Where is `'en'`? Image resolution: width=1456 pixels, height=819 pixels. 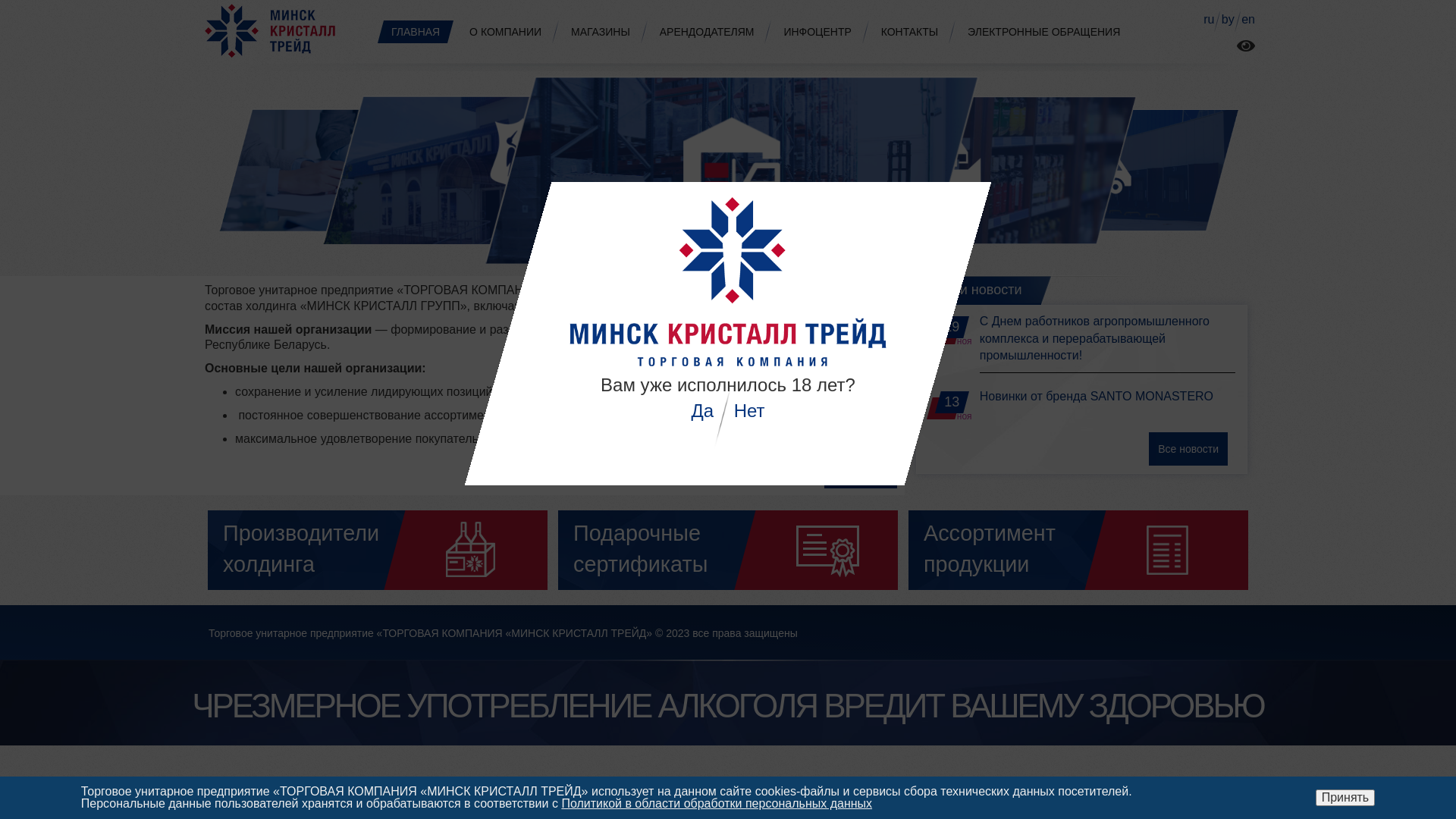 'en' is located at coordinates (1241, 19).